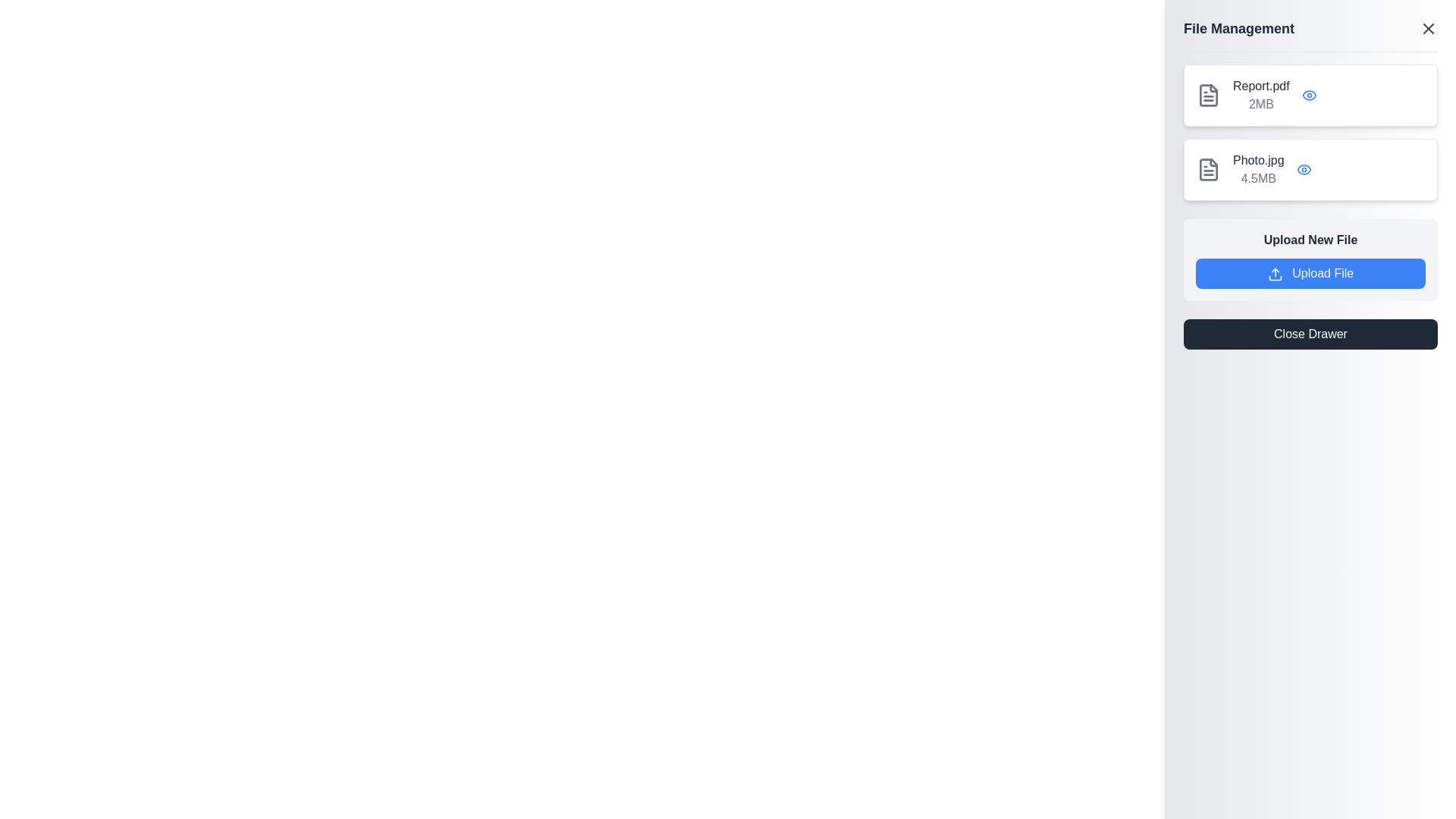  What do you see at coordinates (1258, 169) in the screenshot?
I see `the text label displaying the filename 'Photo.jpg' and its size '4.5MB', located on the right-side panel under the header 'File Management', as the second item in the file list` at bounding box center [1258, 169].